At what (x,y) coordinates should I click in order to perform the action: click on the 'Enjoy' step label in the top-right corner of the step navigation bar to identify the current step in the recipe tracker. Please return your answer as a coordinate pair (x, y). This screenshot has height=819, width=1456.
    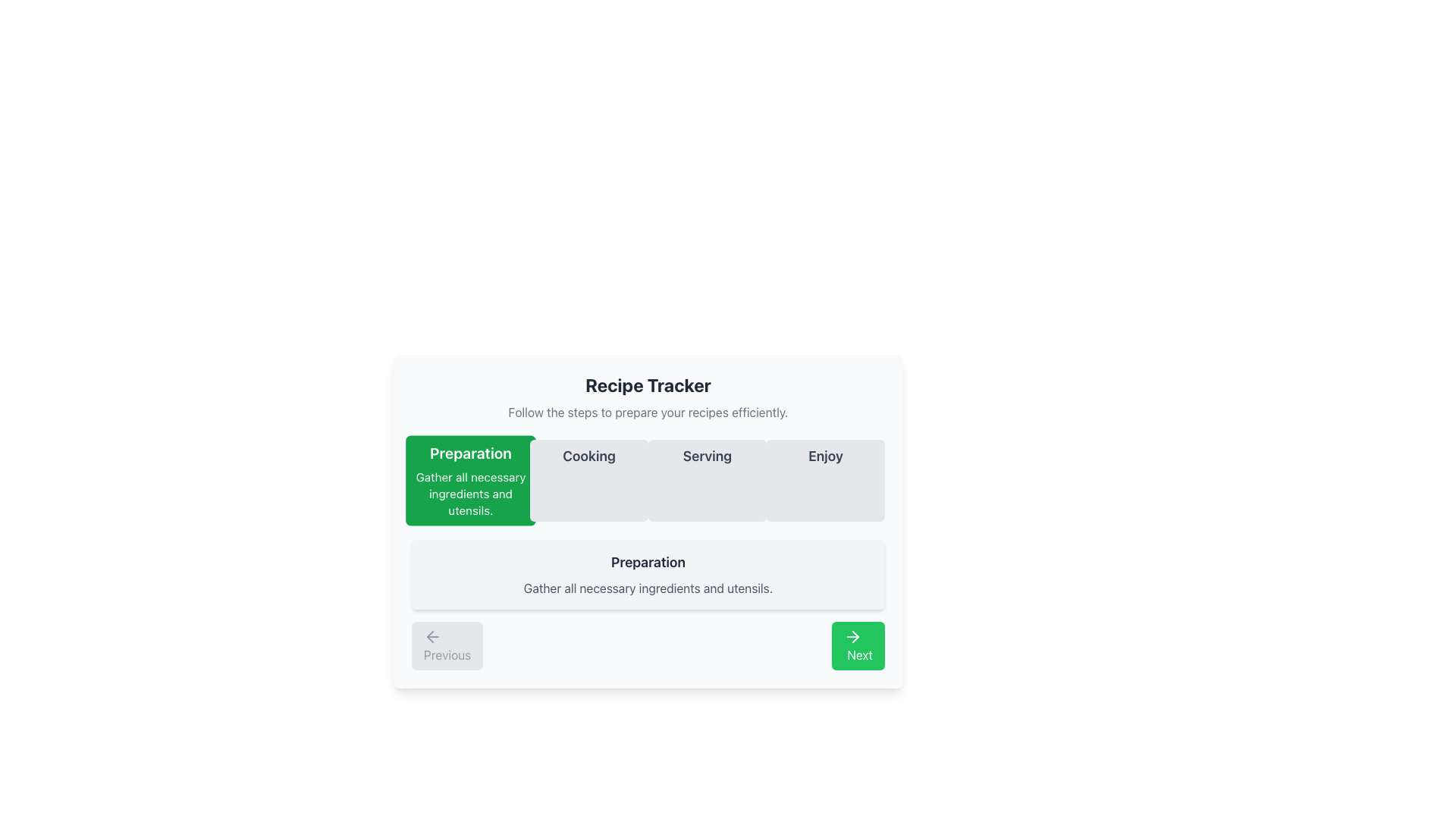
    Looking at the image, I should click on (825, 455).